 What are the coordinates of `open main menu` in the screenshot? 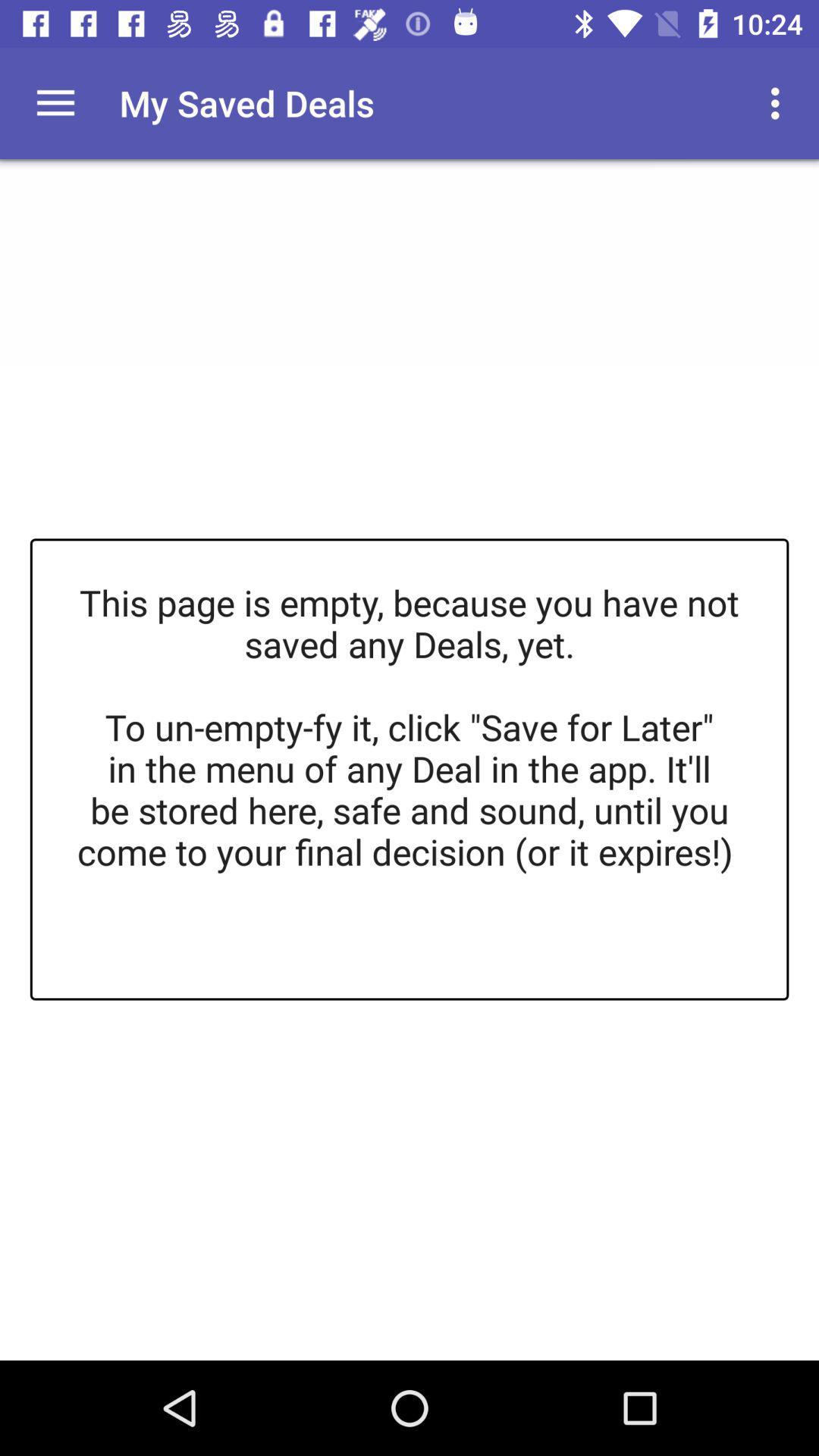 It's located at (55, 102).